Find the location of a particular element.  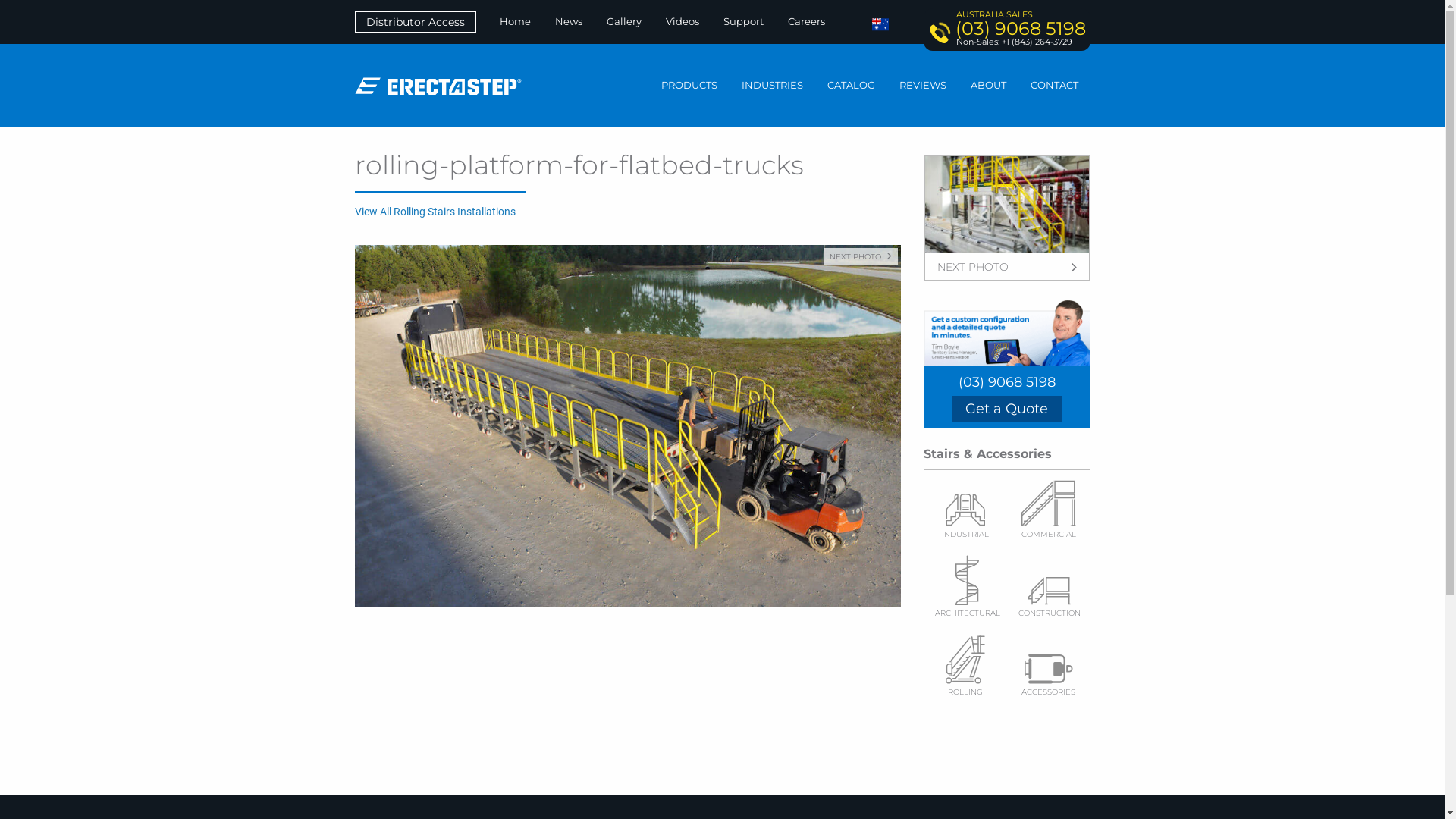

'Distributor Access' is located at coordinates (415, 22).